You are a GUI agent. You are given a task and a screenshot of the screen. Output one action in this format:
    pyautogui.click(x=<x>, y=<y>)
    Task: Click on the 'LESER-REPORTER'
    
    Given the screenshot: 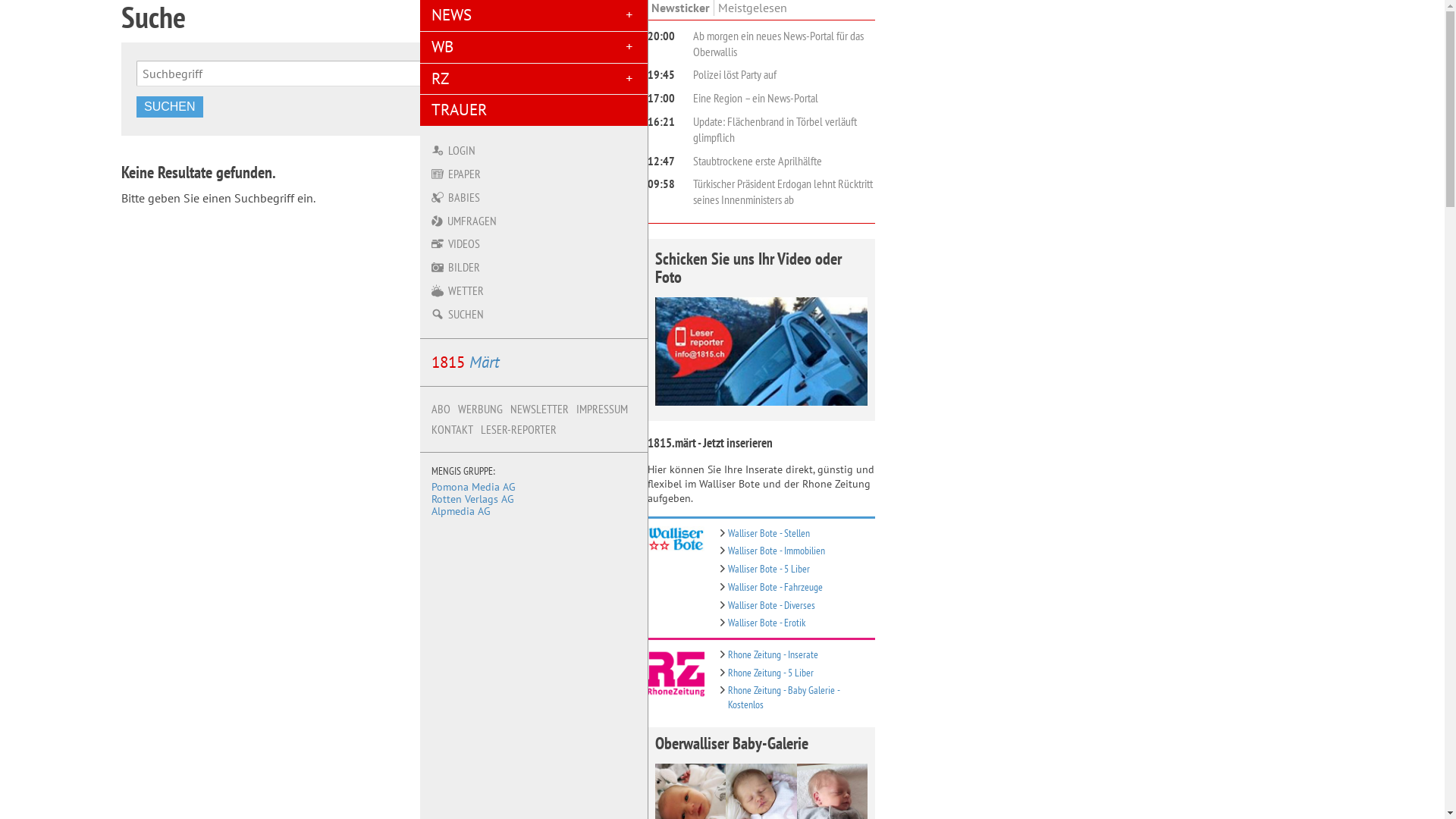 What is the action you would take?
    pyautogui.click(x=518, y=429)
    